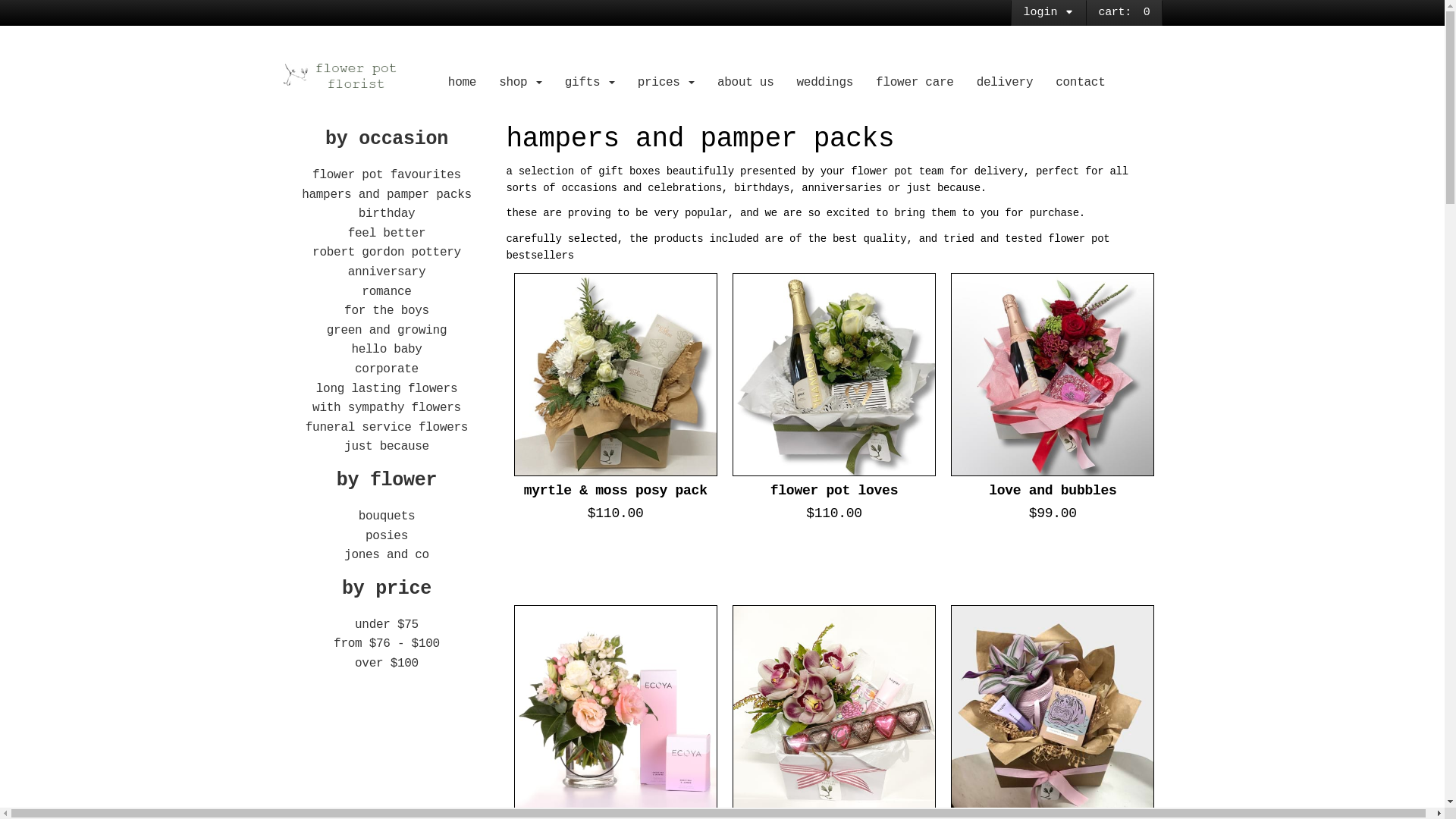 The image size is (1456, 819). I want to click on 'login', so click(1047, 12).